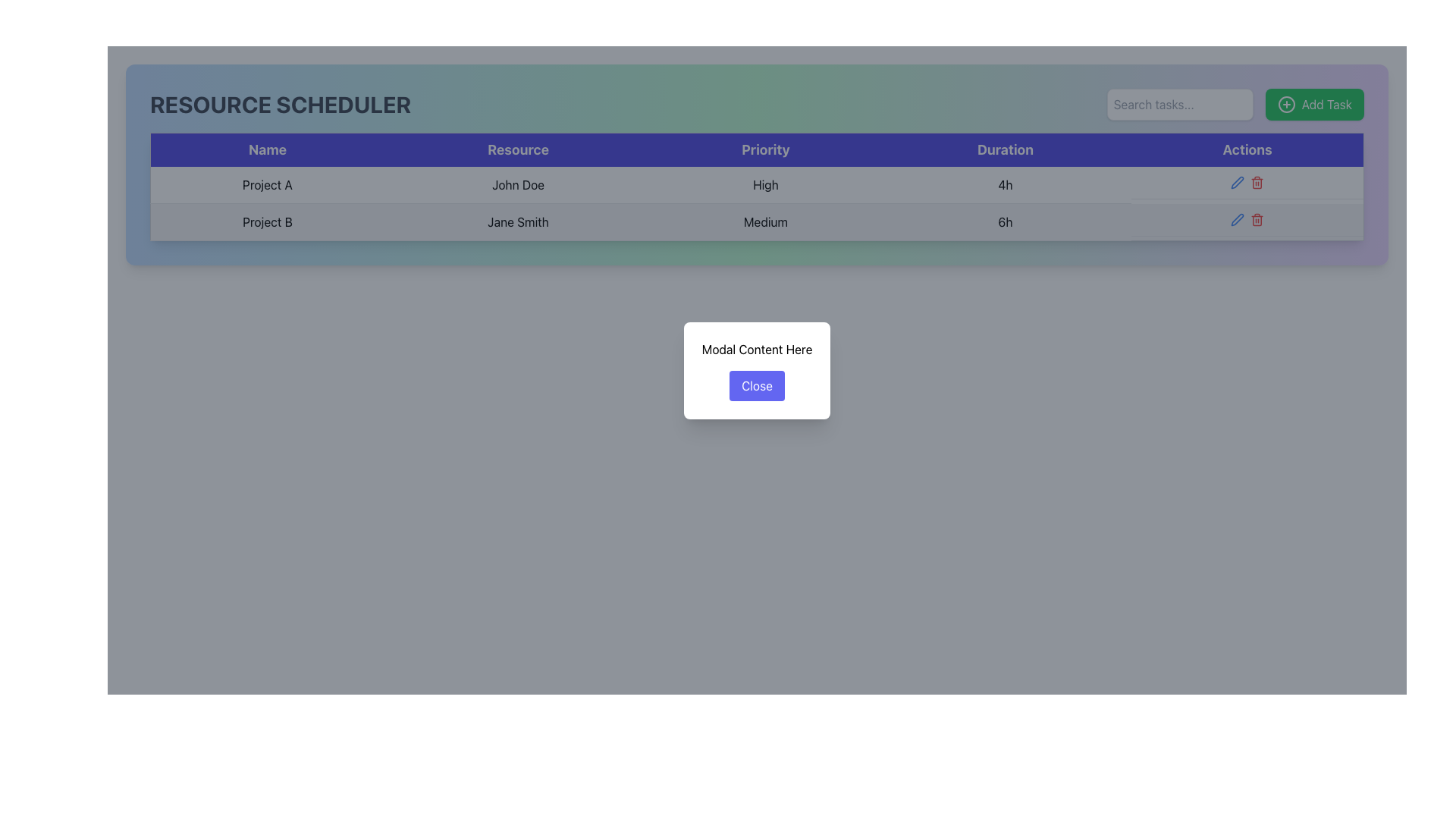 This screenshot has width=1456, height=819. I want to click on the search input field located in the top-right corner of the interface to focus on it, so click(1178, 104).